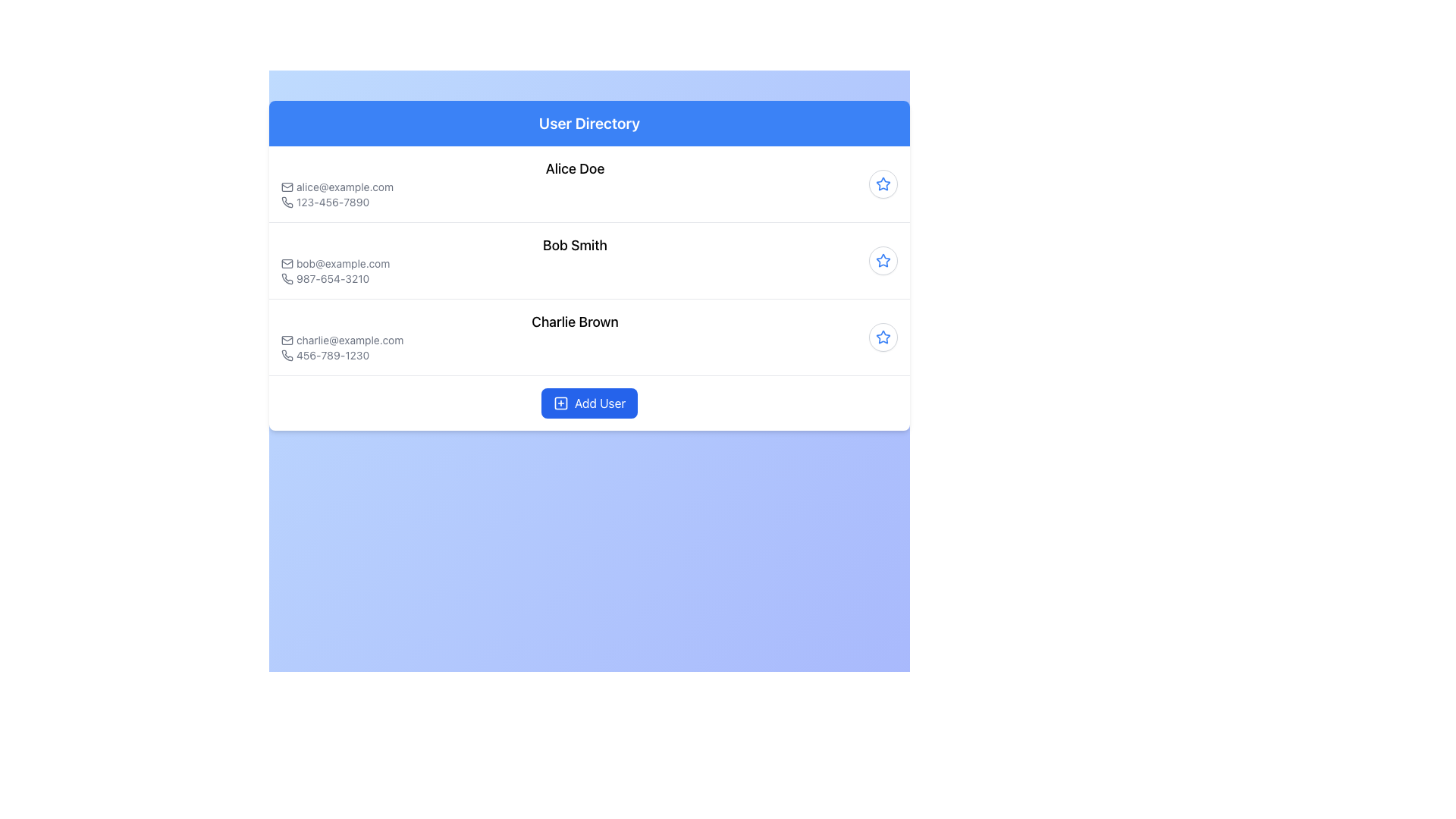 Image resolution: width=1456 pixels, height=819 pixels. Describe the element at coordinates (588, 403) in the screenshot. I see `the blue 'Add User' button with white text` at that location.